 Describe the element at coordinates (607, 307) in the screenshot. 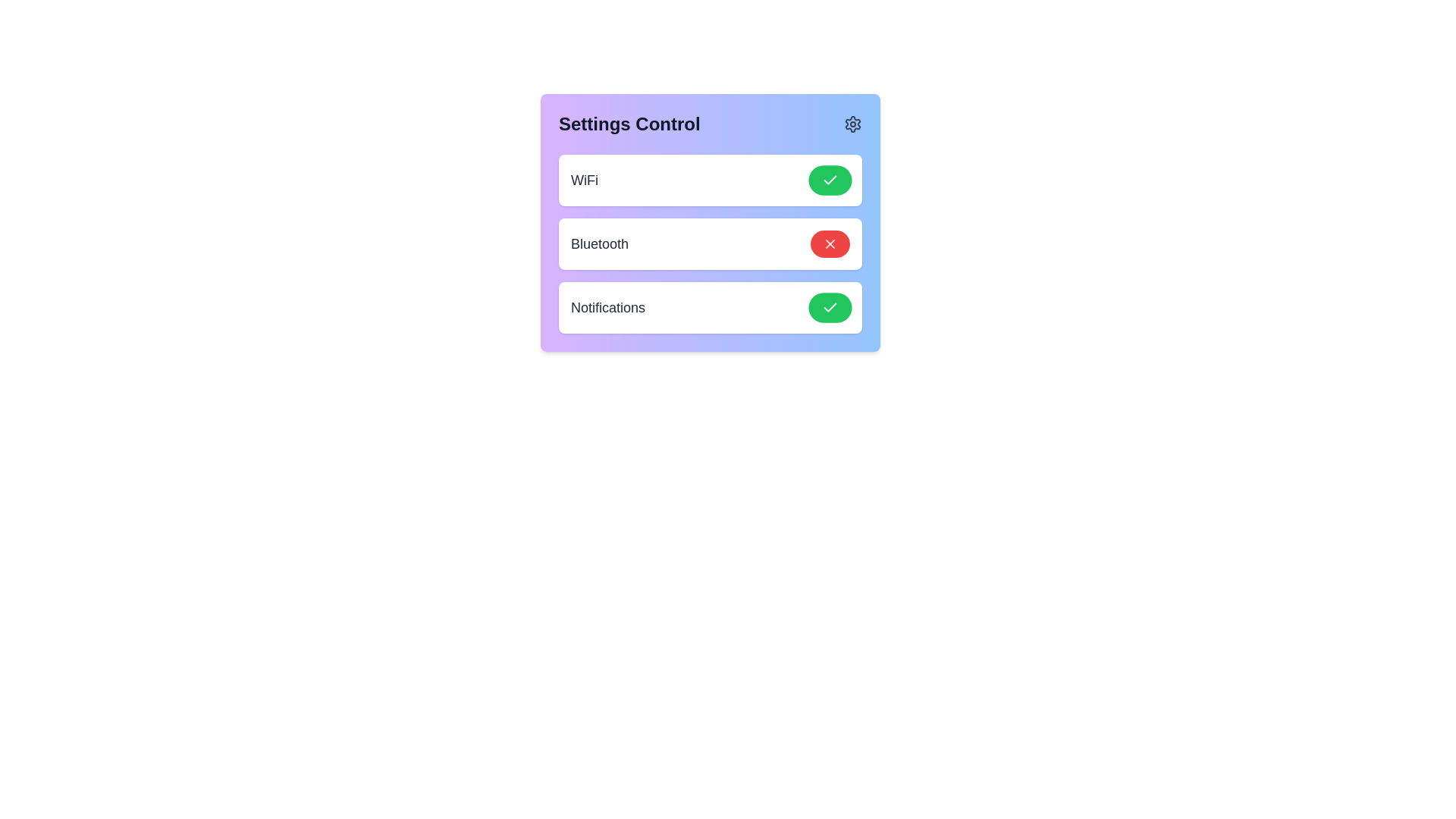

I see `the text element Notifications` at that location.